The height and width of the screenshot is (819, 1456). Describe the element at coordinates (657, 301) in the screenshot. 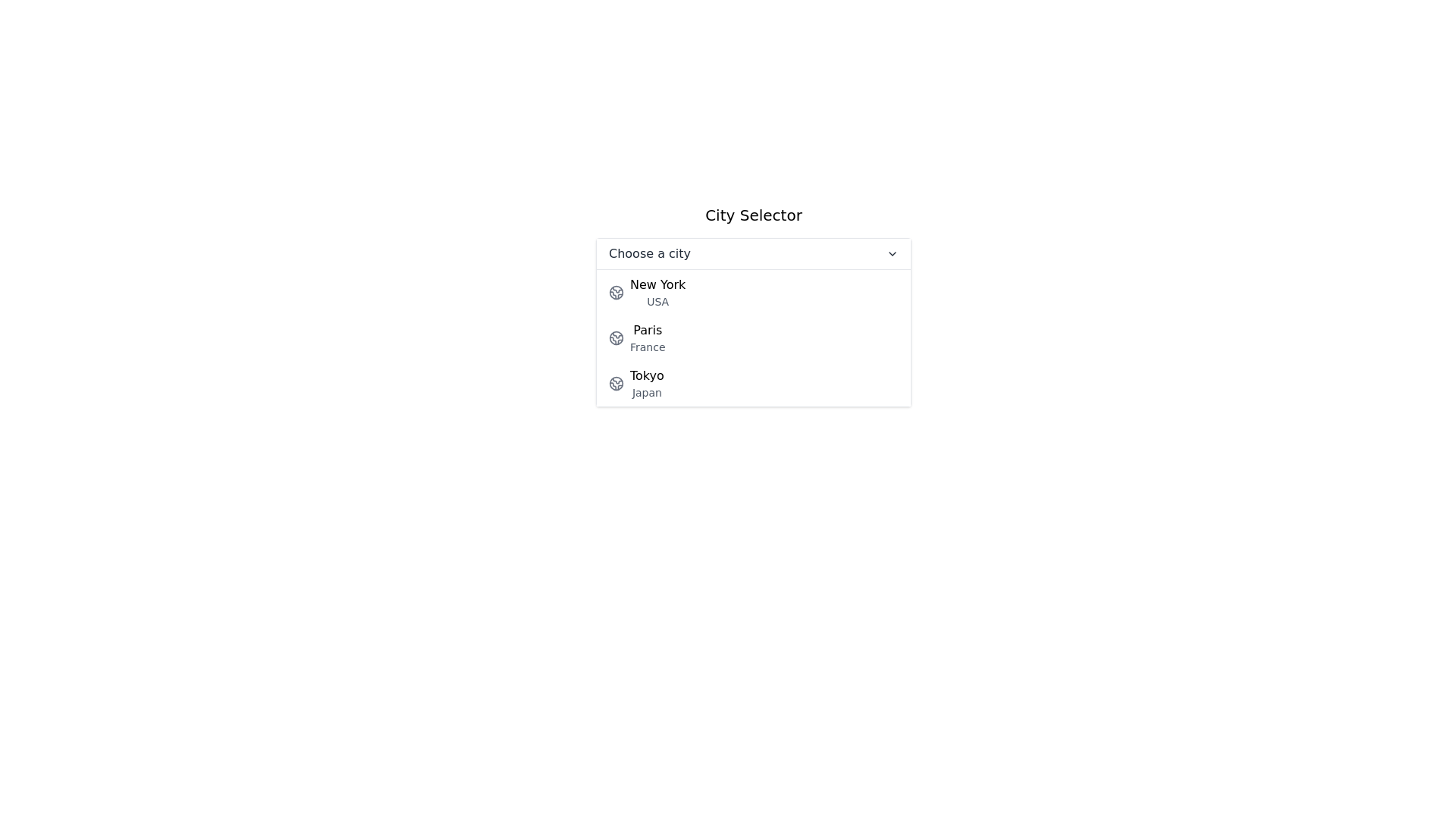

I see `the text display element showing 'USA', which is styled with a small font size and gray color, located beneath the 'New York' text in the dropdown list` at that location.